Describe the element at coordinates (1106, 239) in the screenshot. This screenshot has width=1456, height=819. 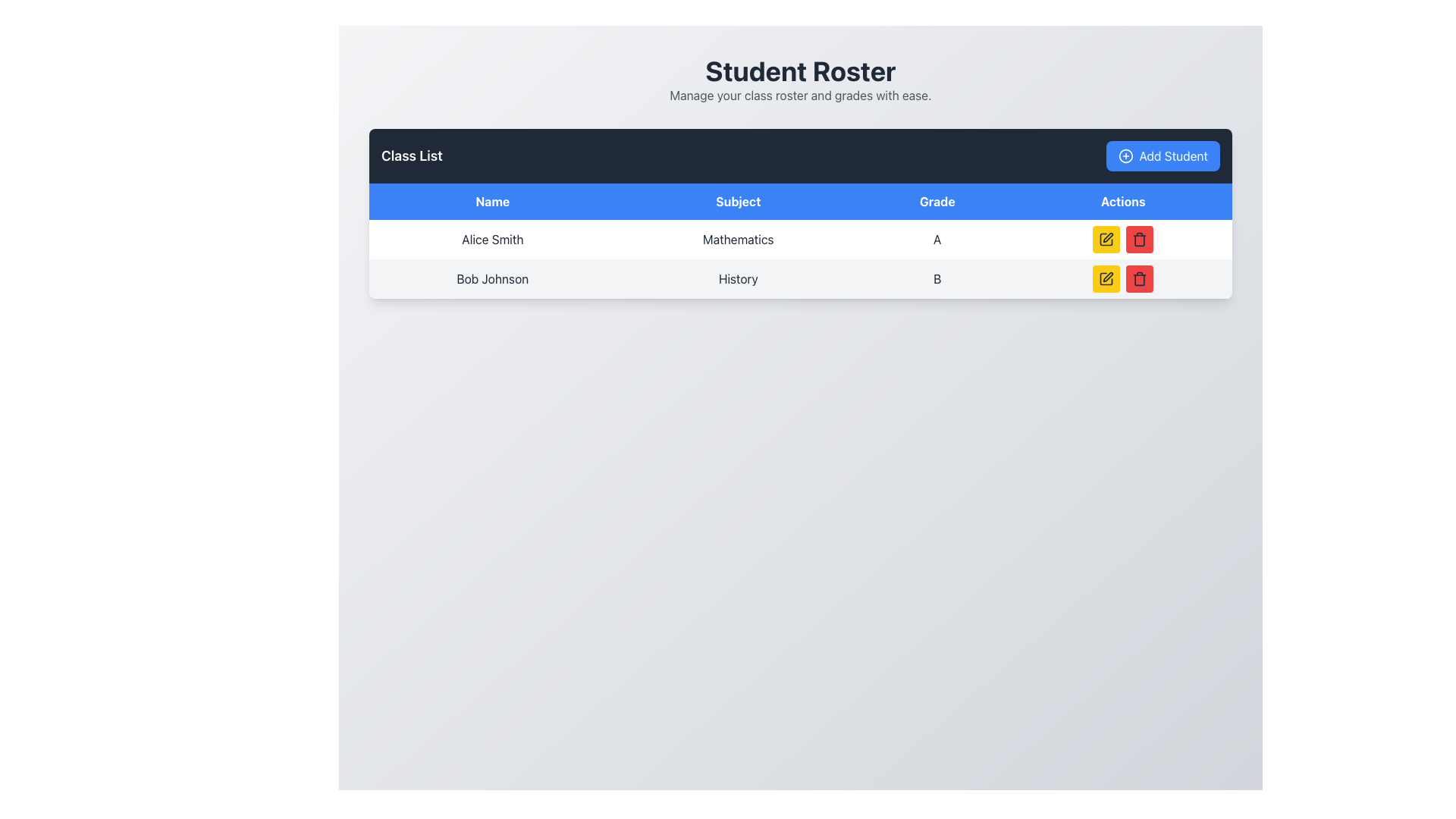
I see `the edit icon resembling a black square outlined in yellow, located in the 'Actions' column of the second row, to the left of the red trash icon associated with 'Bob Johnson.'` at that location.